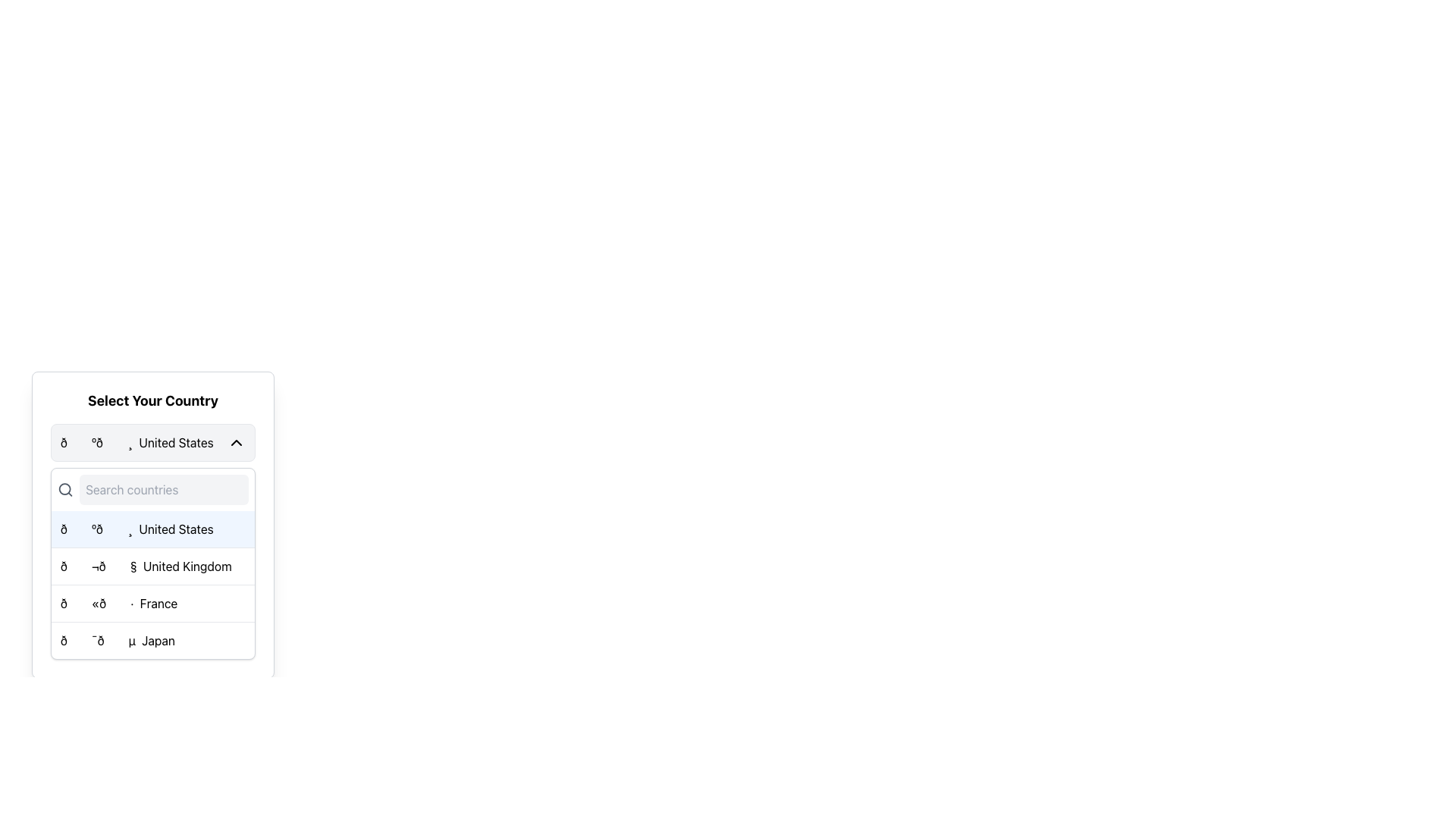 This screenshot has width=1456, height=819. What do you see at coordinates (98, 566) in the screenshot?
I see `the emoji-like icon representing the United Kingdom flag, located to the left of the text 'United Kingdom' in the dropdown menu under 'Select Your Country'` at bounding box center [98, 566].